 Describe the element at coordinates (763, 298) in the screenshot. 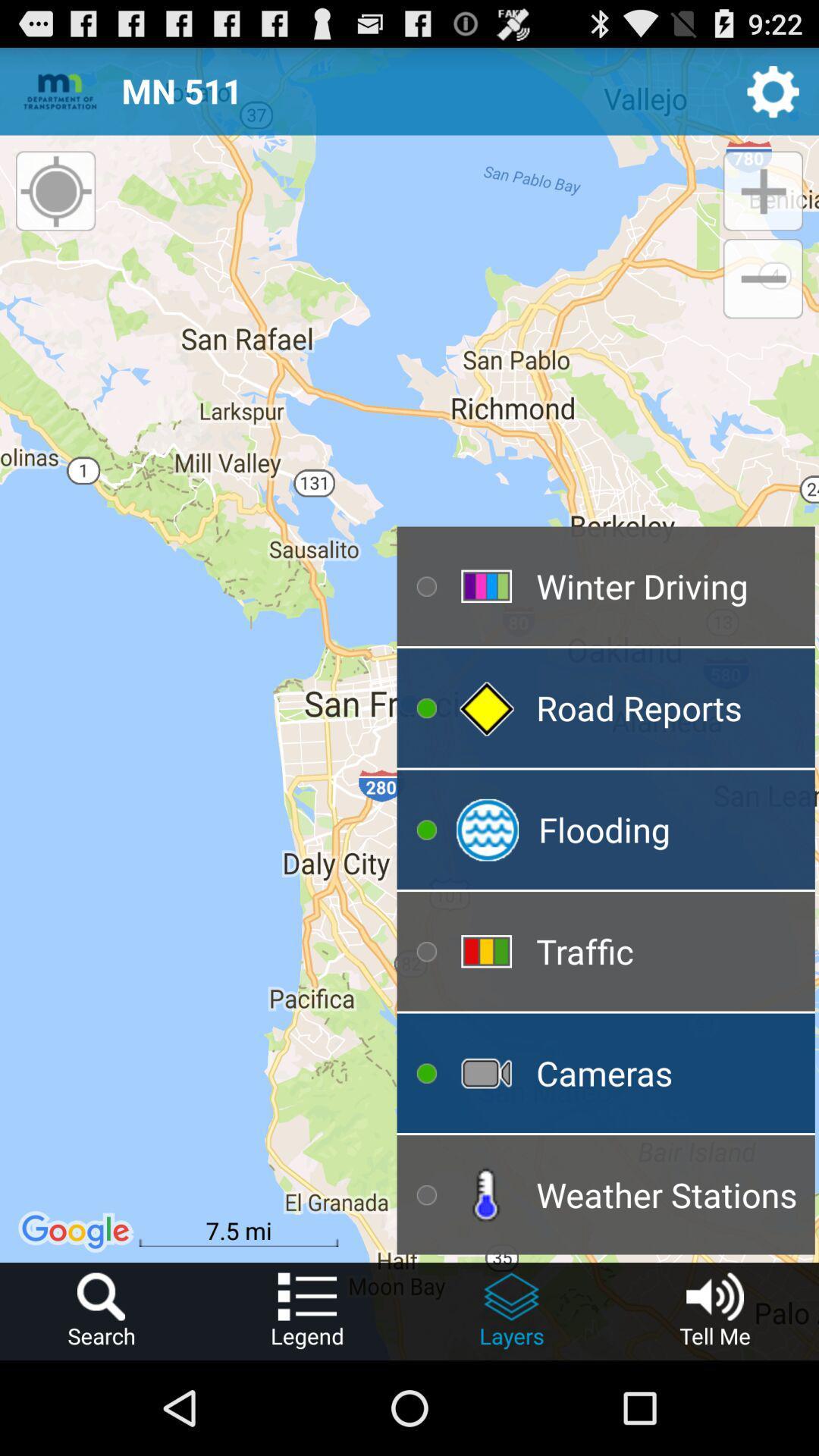

I see `the minus icon` at that location.